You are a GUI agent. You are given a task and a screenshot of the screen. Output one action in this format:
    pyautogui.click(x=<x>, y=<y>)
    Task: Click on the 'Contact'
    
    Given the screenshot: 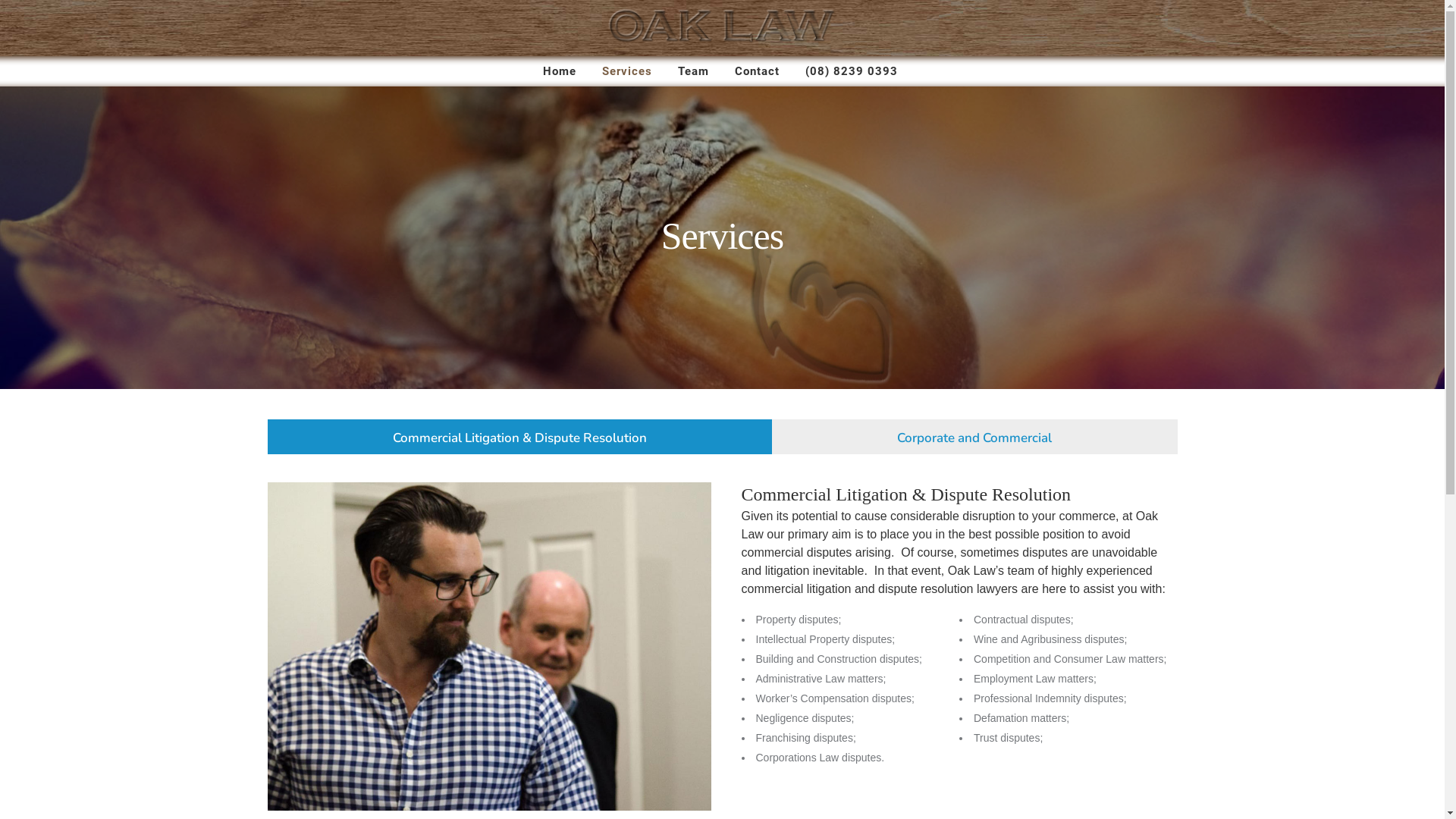 What is the action you would take?
    pyautogui.click(x=757, y=71)
    